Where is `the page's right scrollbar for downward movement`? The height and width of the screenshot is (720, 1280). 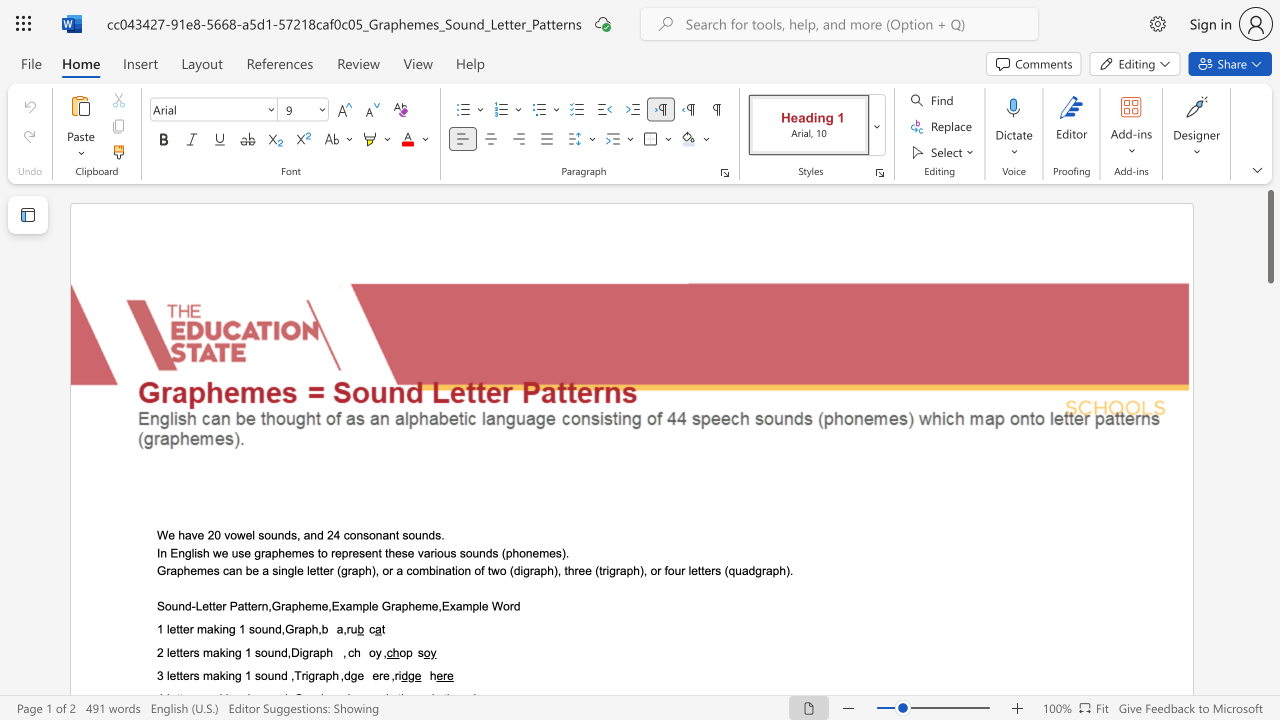 the page's right scrollbar for downward movement is located at coordinates (1269, 580).